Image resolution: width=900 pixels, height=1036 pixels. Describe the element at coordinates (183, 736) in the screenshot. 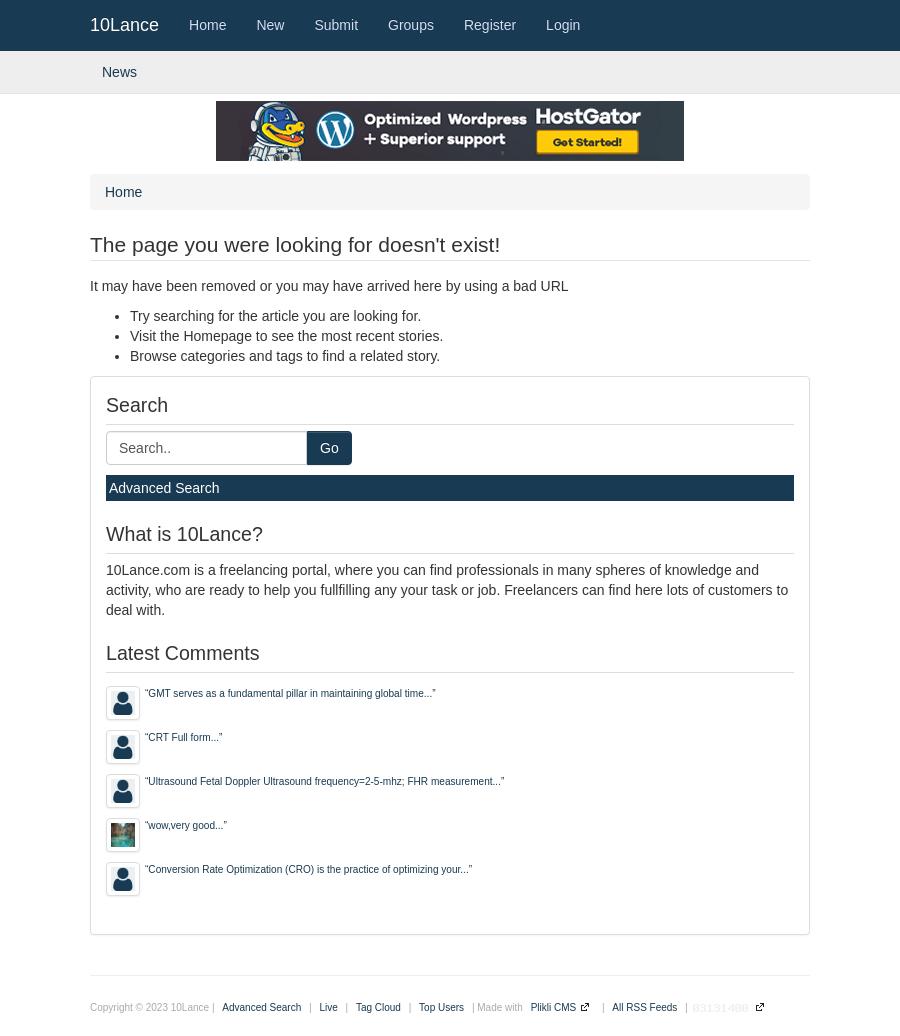

I see `'CRT Full form...'` at that location.